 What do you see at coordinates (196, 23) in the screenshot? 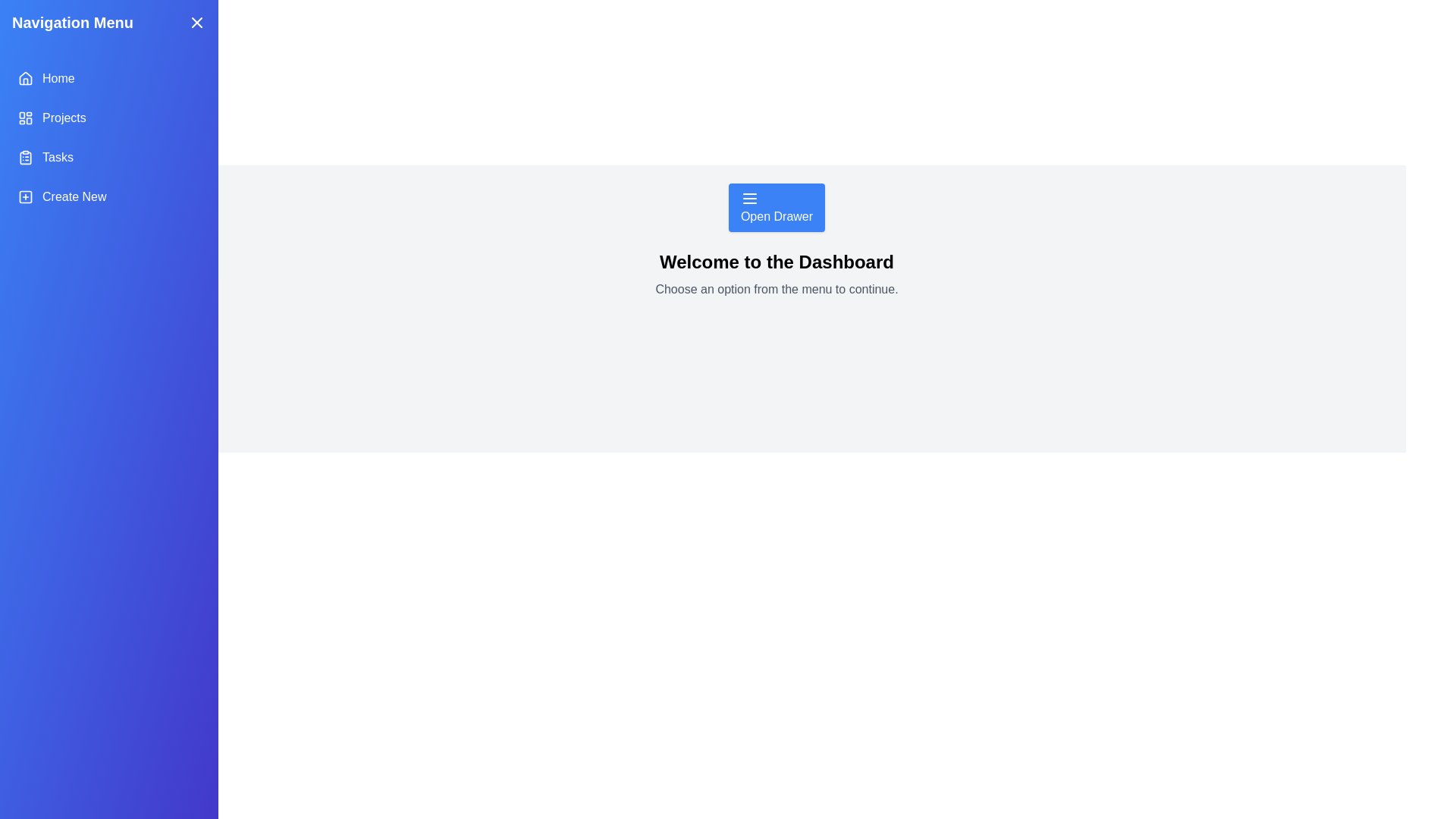
I see `the close button in the navigation drawer` at bounding box center [196, 23].